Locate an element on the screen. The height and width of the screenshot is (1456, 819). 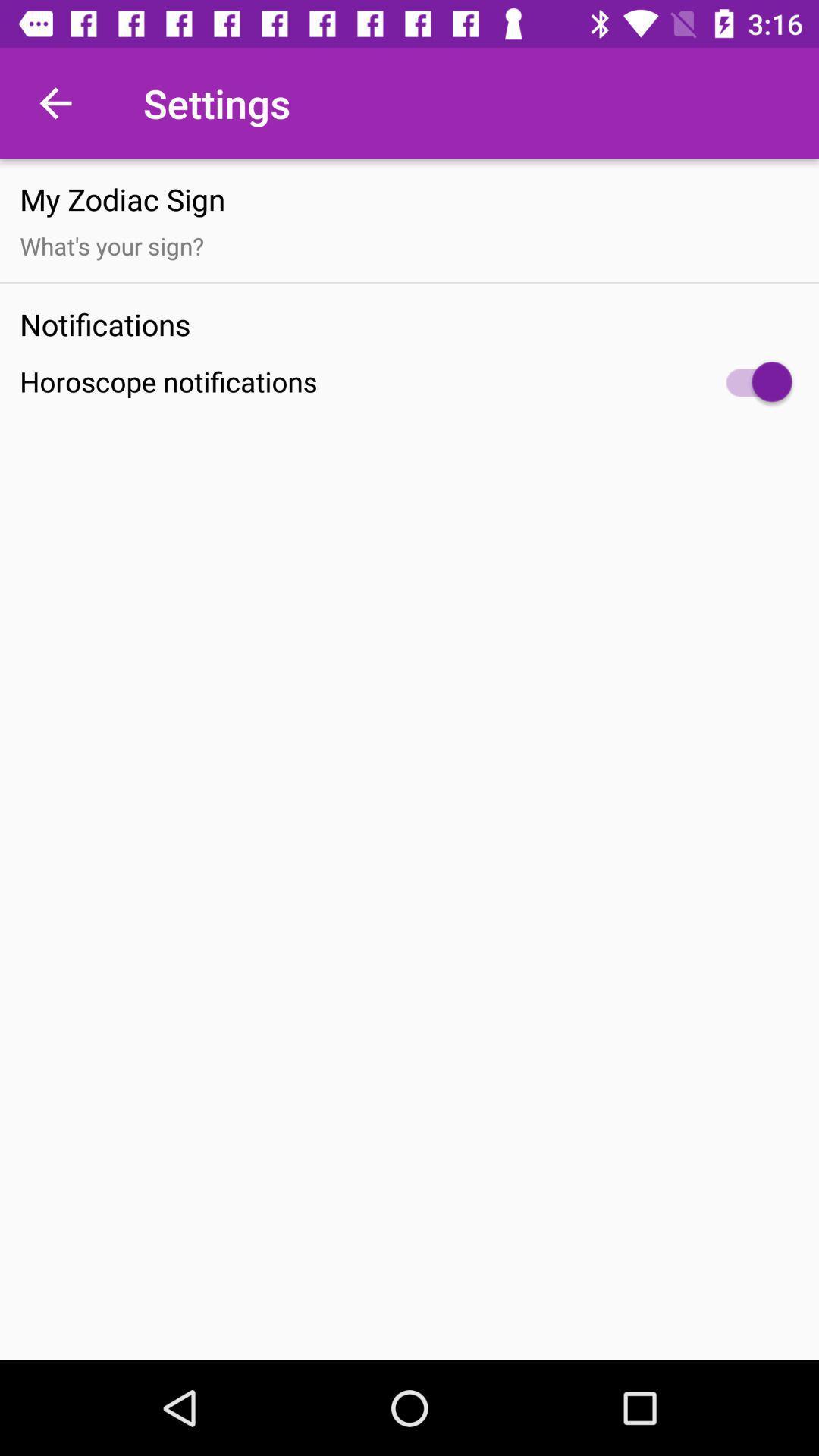
item below notifications item is located at coordinates (409, 381).